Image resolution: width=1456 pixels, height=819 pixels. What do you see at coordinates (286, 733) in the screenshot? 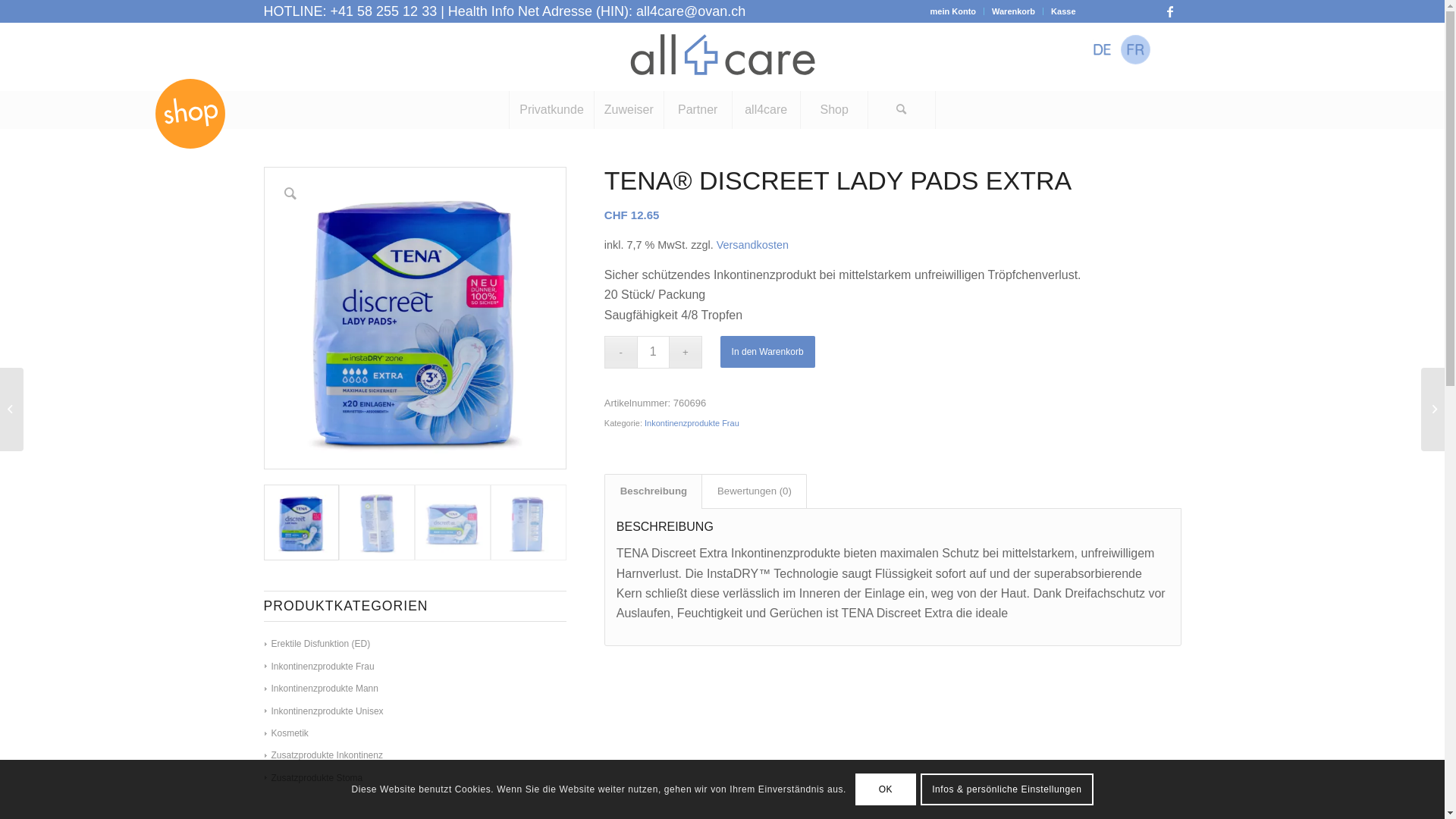
I see `'Kosmetik'` at bounding box center [286, 733].